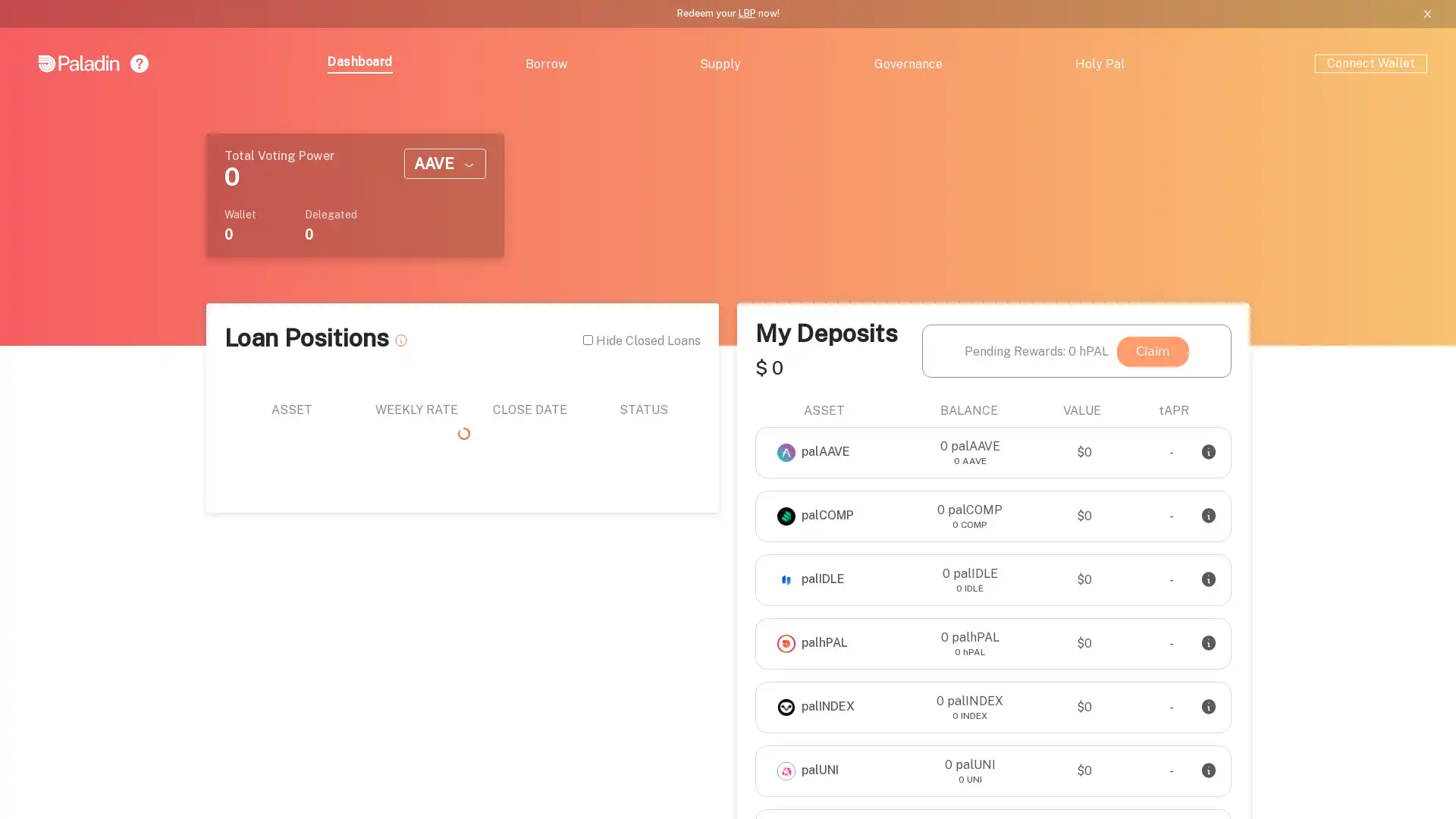  I want to click on Claim, so click(1153, 350).